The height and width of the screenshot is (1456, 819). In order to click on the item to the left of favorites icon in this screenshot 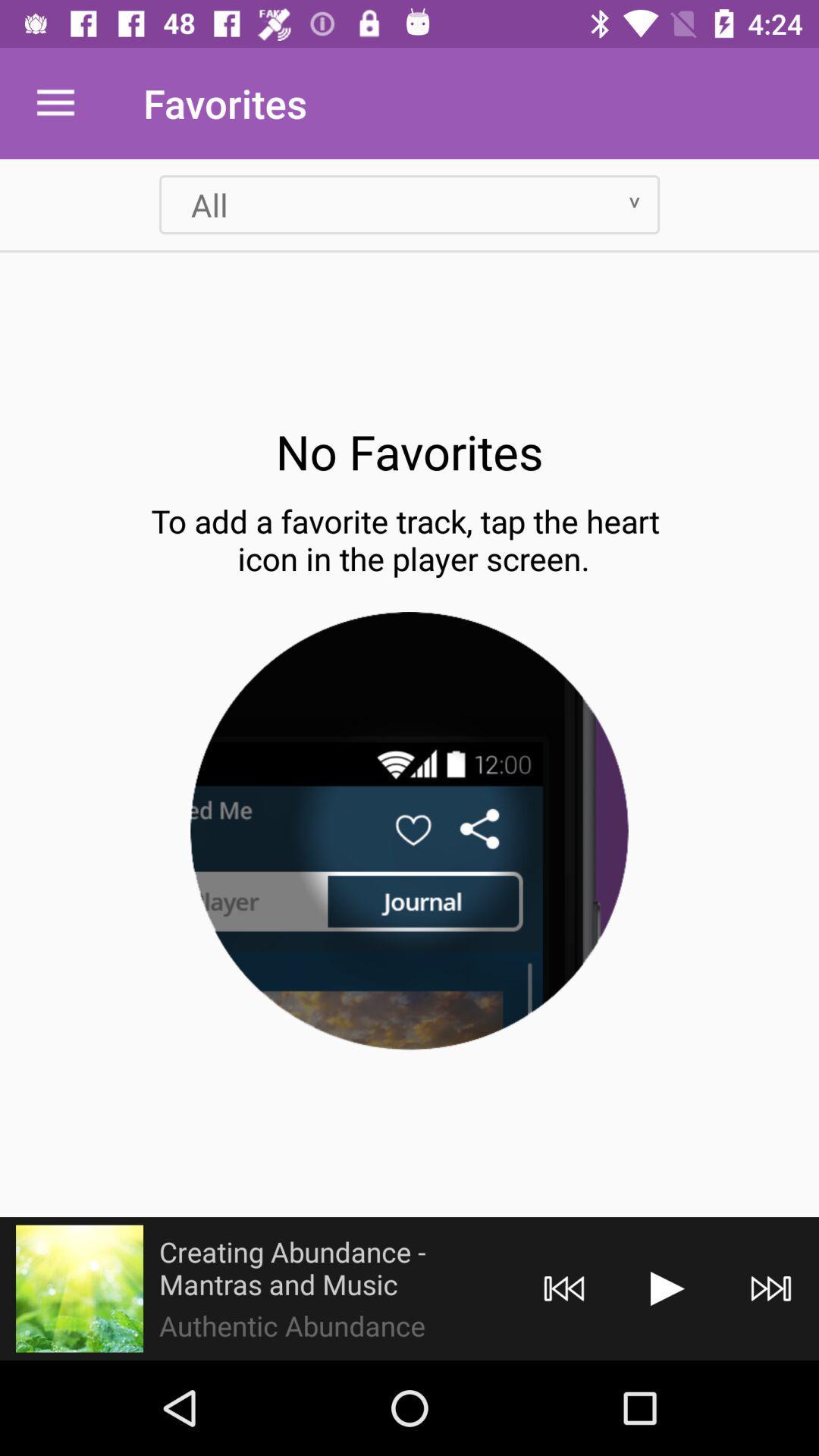, I will do `click(55, 102)`.